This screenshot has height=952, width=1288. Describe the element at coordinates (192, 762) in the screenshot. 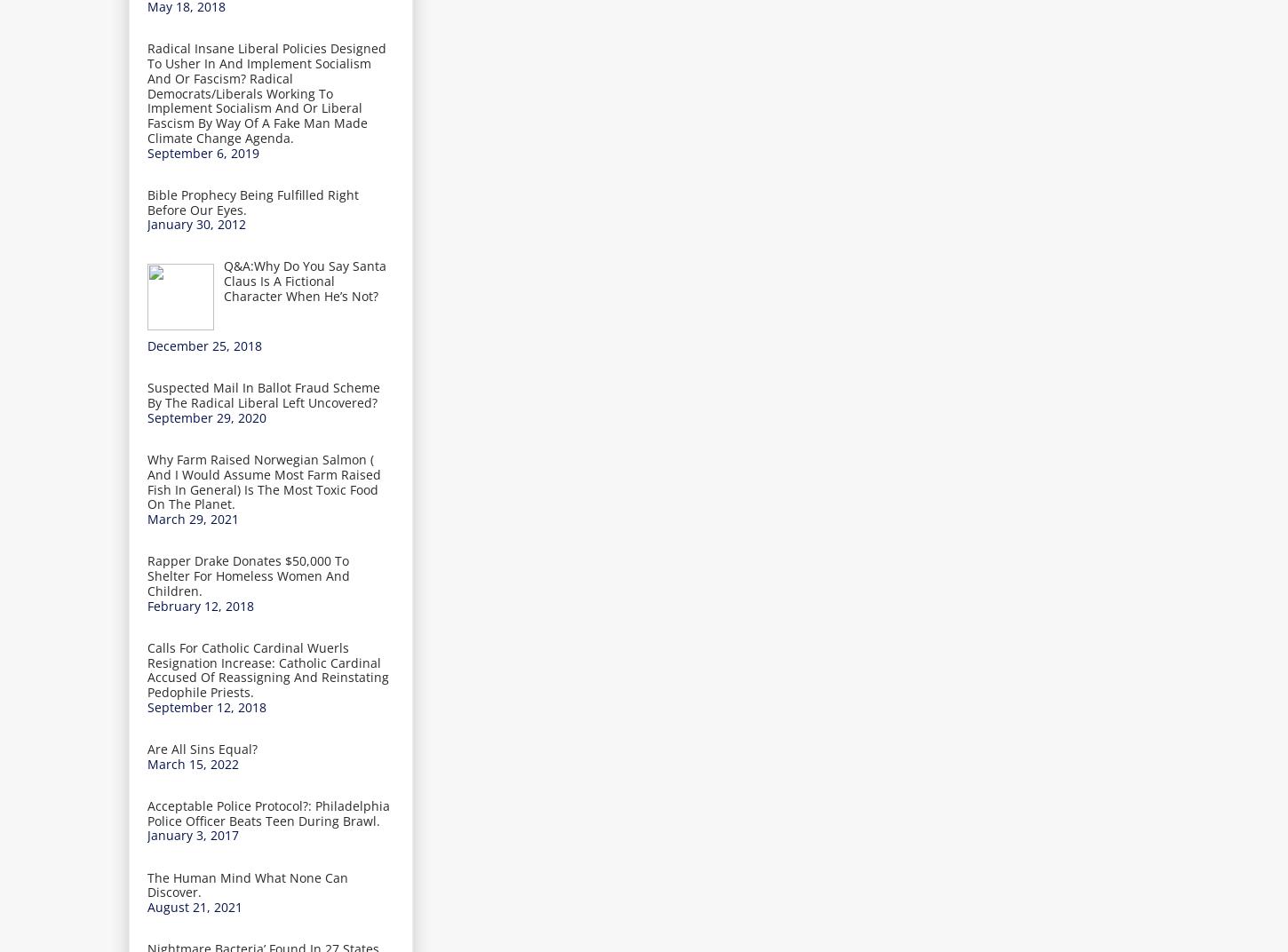

I see `'March 15, 2022'` at that location.